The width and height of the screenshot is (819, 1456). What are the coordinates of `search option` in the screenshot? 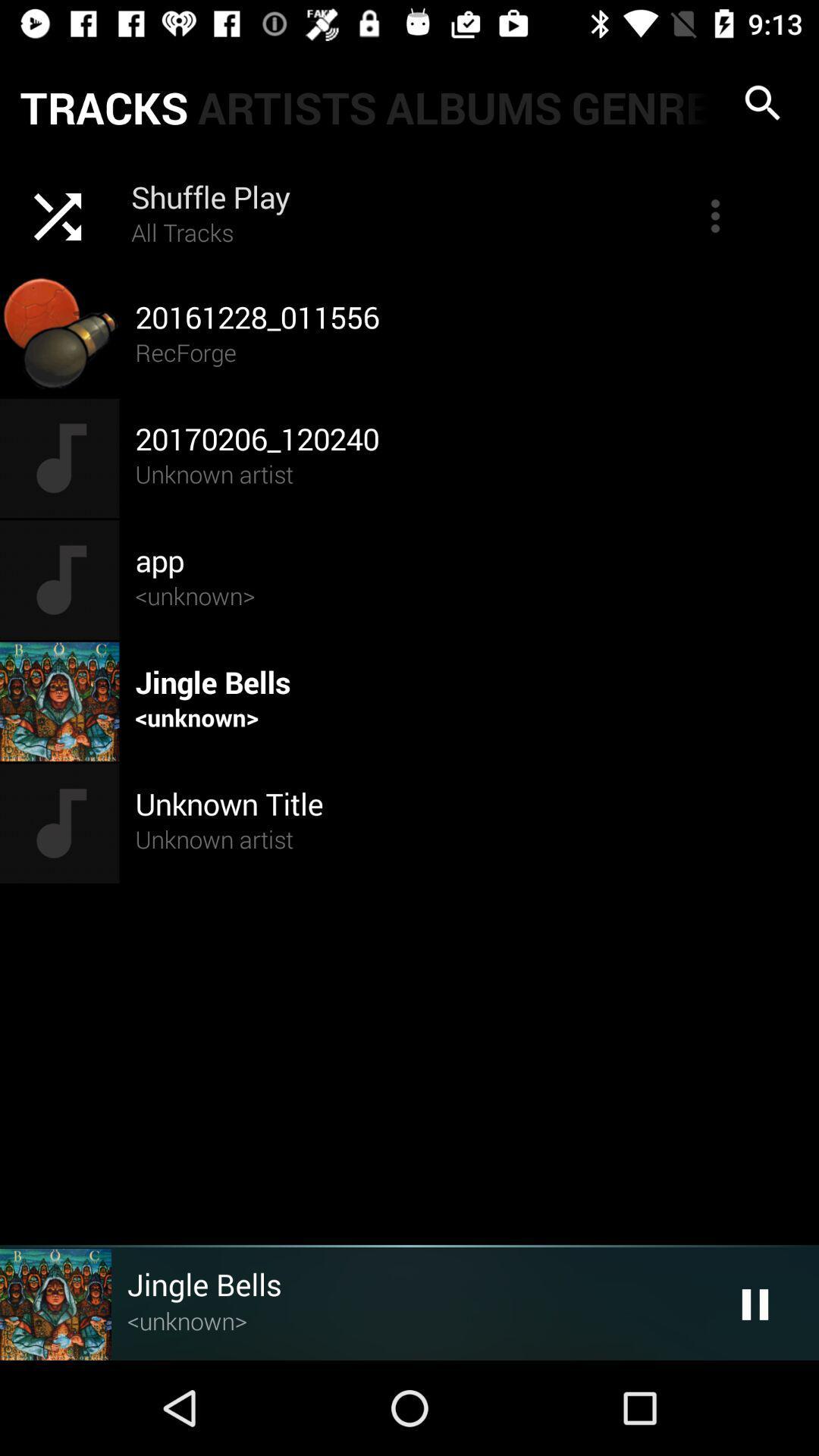 It's located at (763, 102).